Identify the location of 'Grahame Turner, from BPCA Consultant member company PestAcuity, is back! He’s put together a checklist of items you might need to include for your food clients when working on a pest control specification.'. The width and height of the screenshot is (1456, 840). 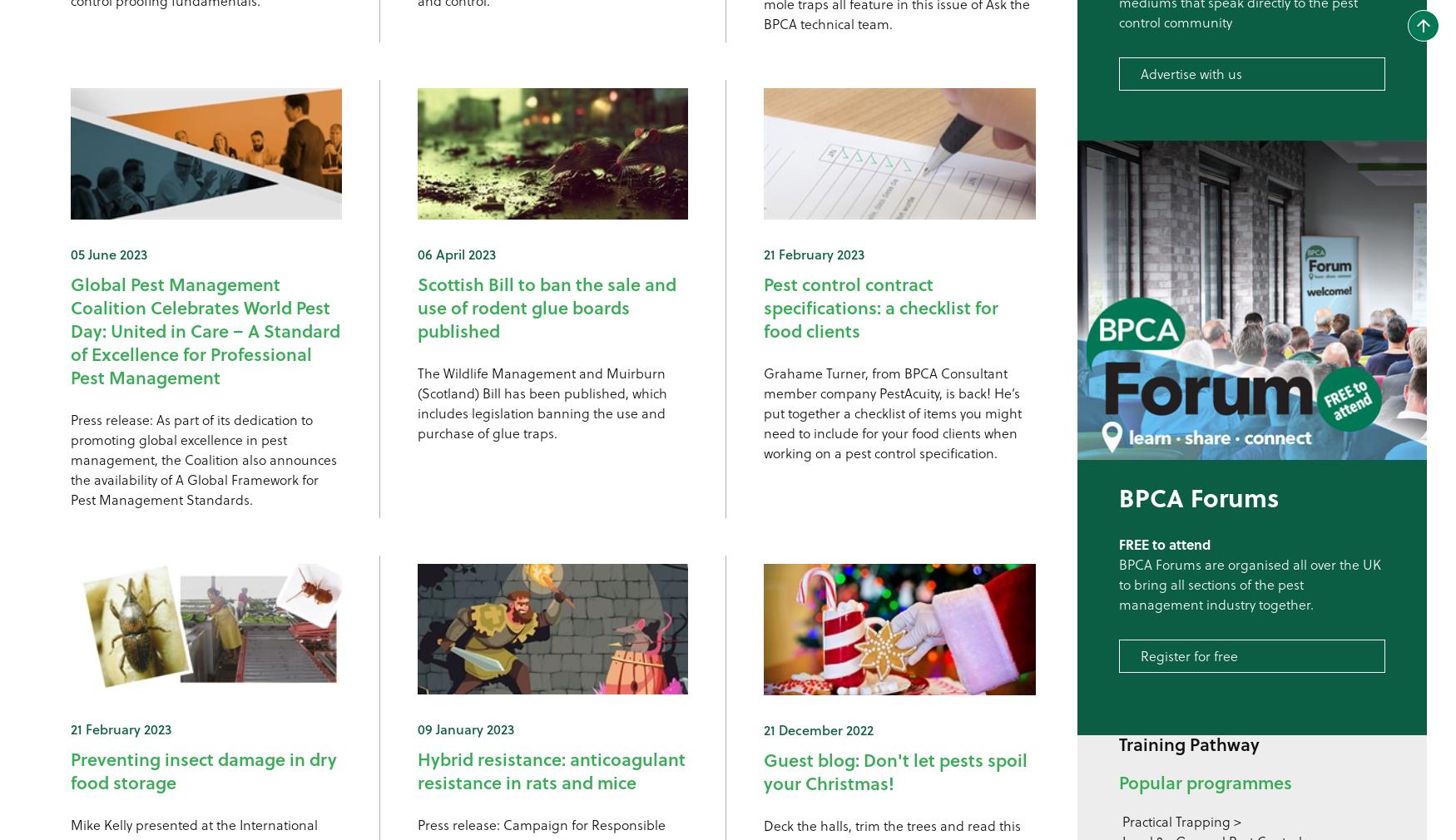
(892, 413).